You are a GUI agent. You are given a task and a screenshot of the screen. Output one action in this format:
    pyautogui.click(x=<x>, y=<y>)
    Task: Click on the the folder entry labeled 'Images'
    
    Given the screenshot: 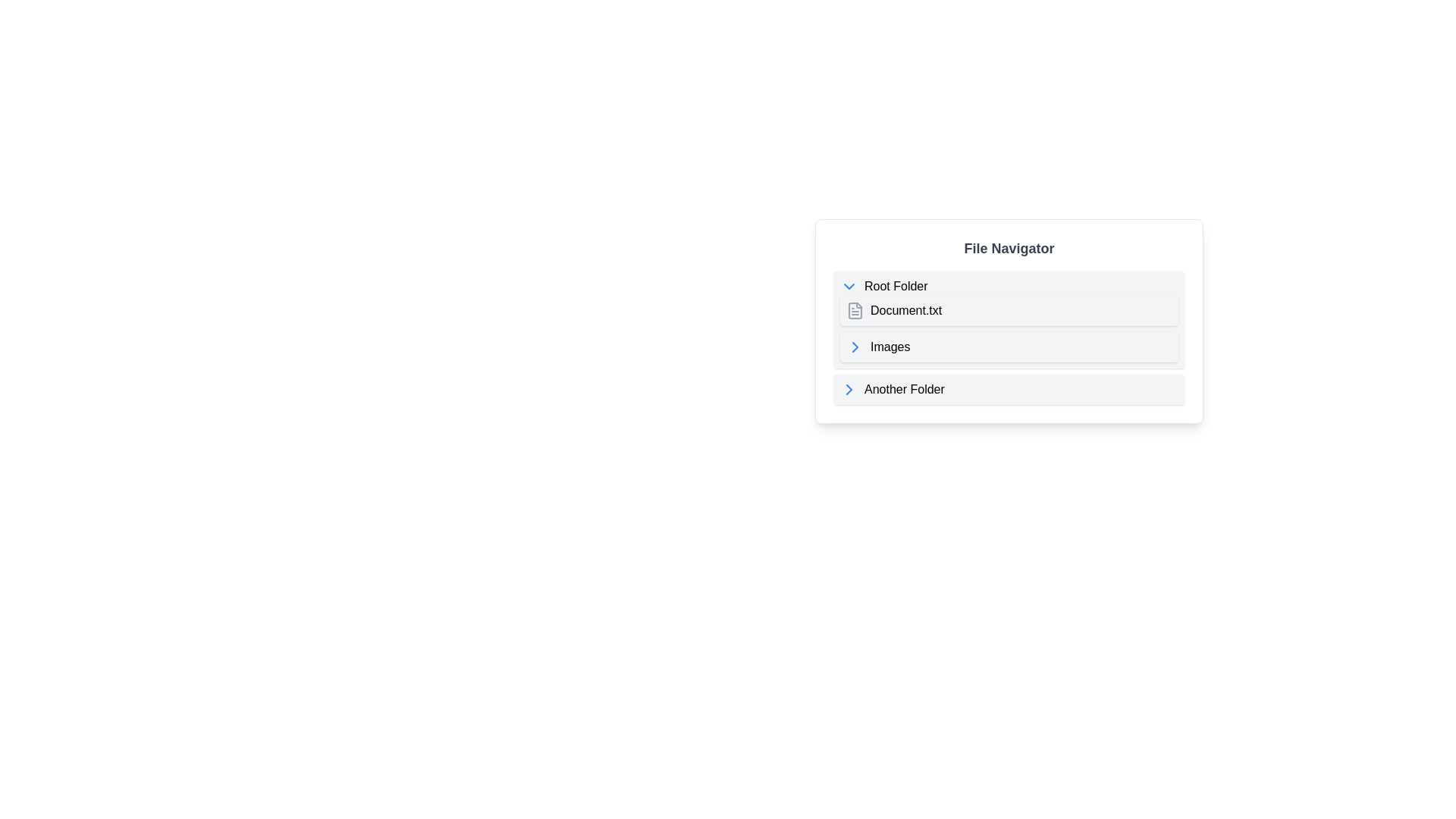 What is the action you would take?
    pyautogui.click(x=1009, y=347)
    